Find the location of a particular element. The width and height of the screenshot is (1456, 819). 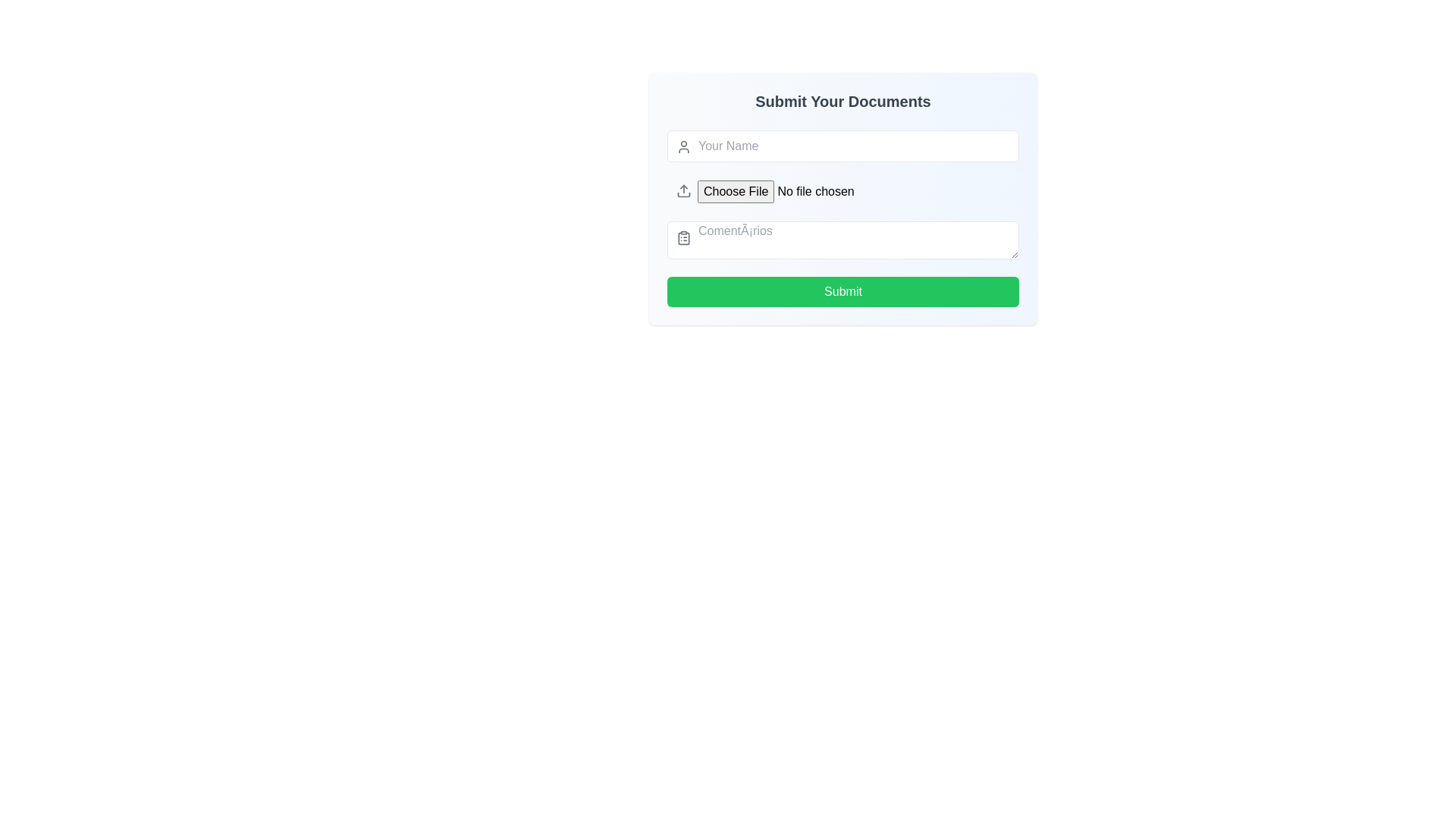

the upload icon element located to the left of the 'Choose File' button in the 'Submit Your Documents' form is located at coordinates (683, 190).